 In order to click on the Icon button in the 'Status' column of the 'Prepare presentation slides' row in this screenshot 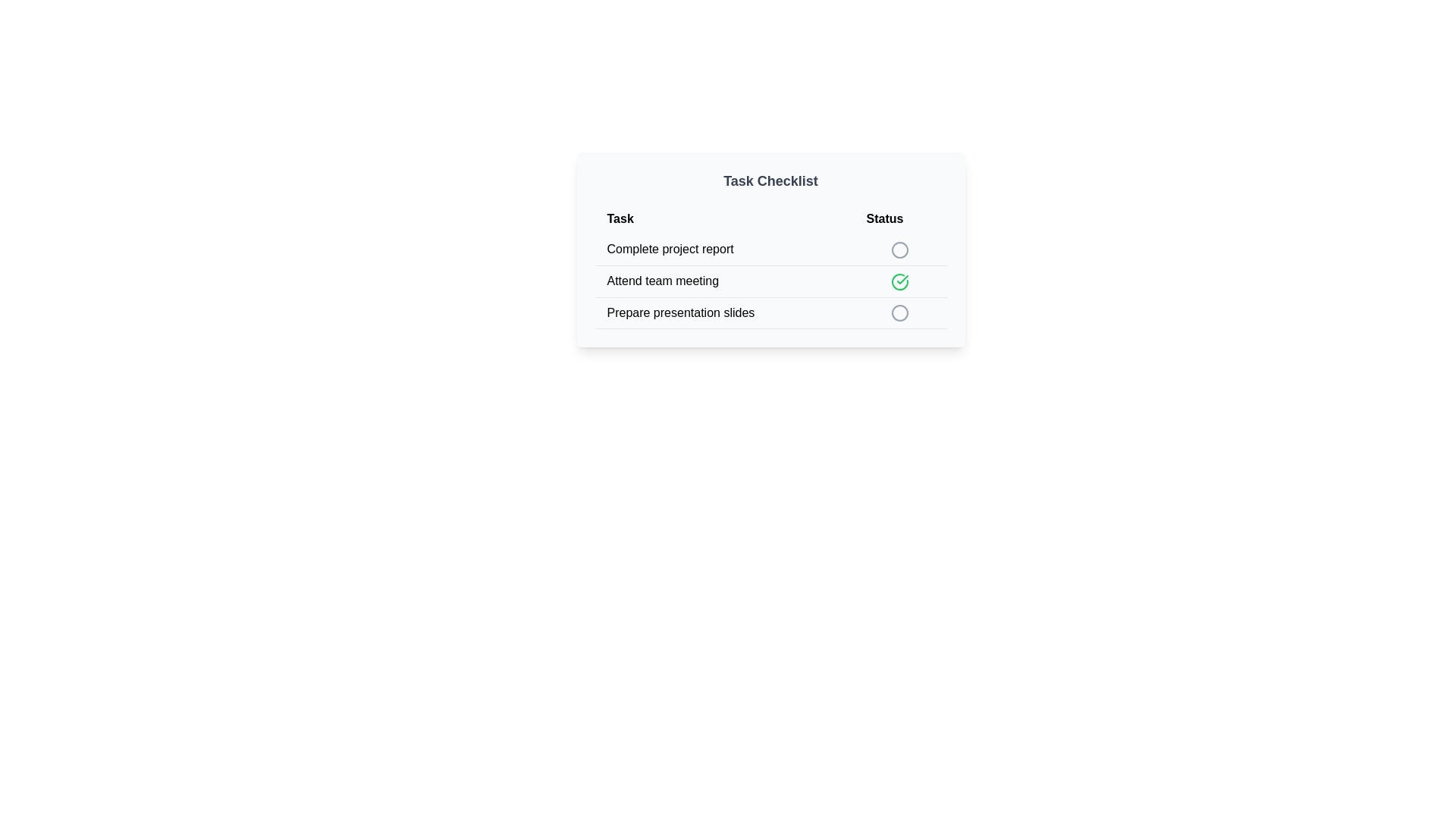, I will do `click(900, 312)`.